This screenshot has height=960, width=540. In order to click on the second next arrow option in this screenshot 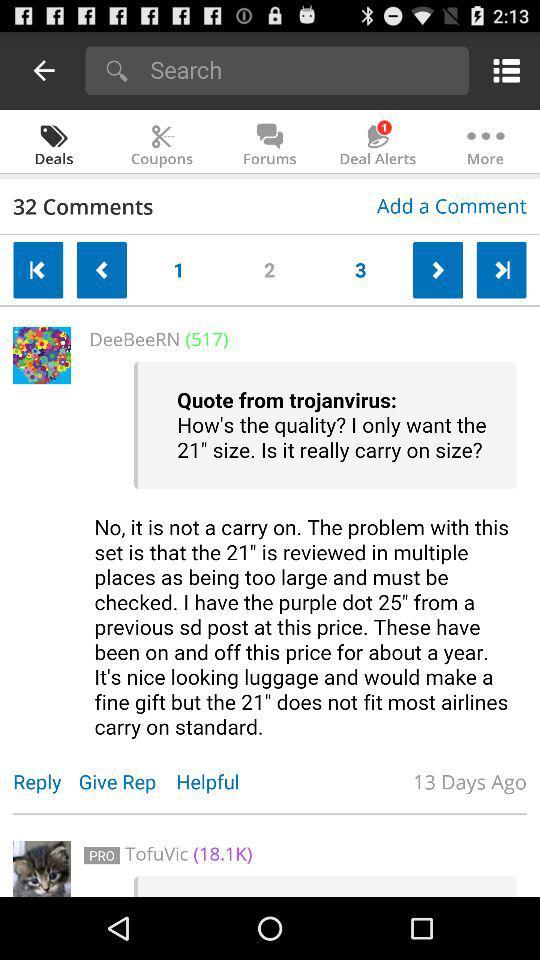, I will do `click(500, 269)`.